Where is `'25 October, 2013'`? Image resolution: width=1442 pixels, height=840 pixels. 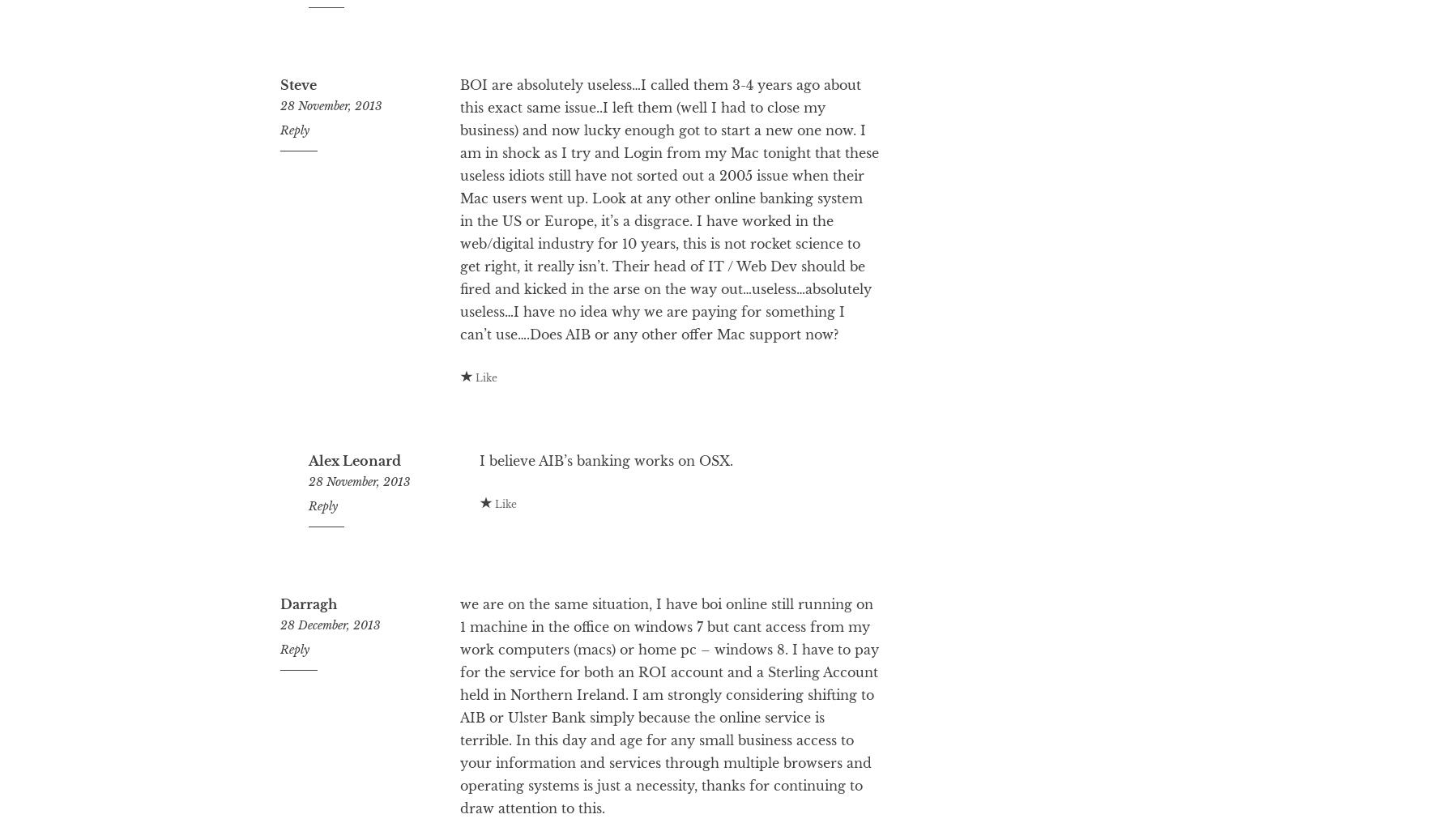 '25 October, 2013' is located at coordinates (352, 27).